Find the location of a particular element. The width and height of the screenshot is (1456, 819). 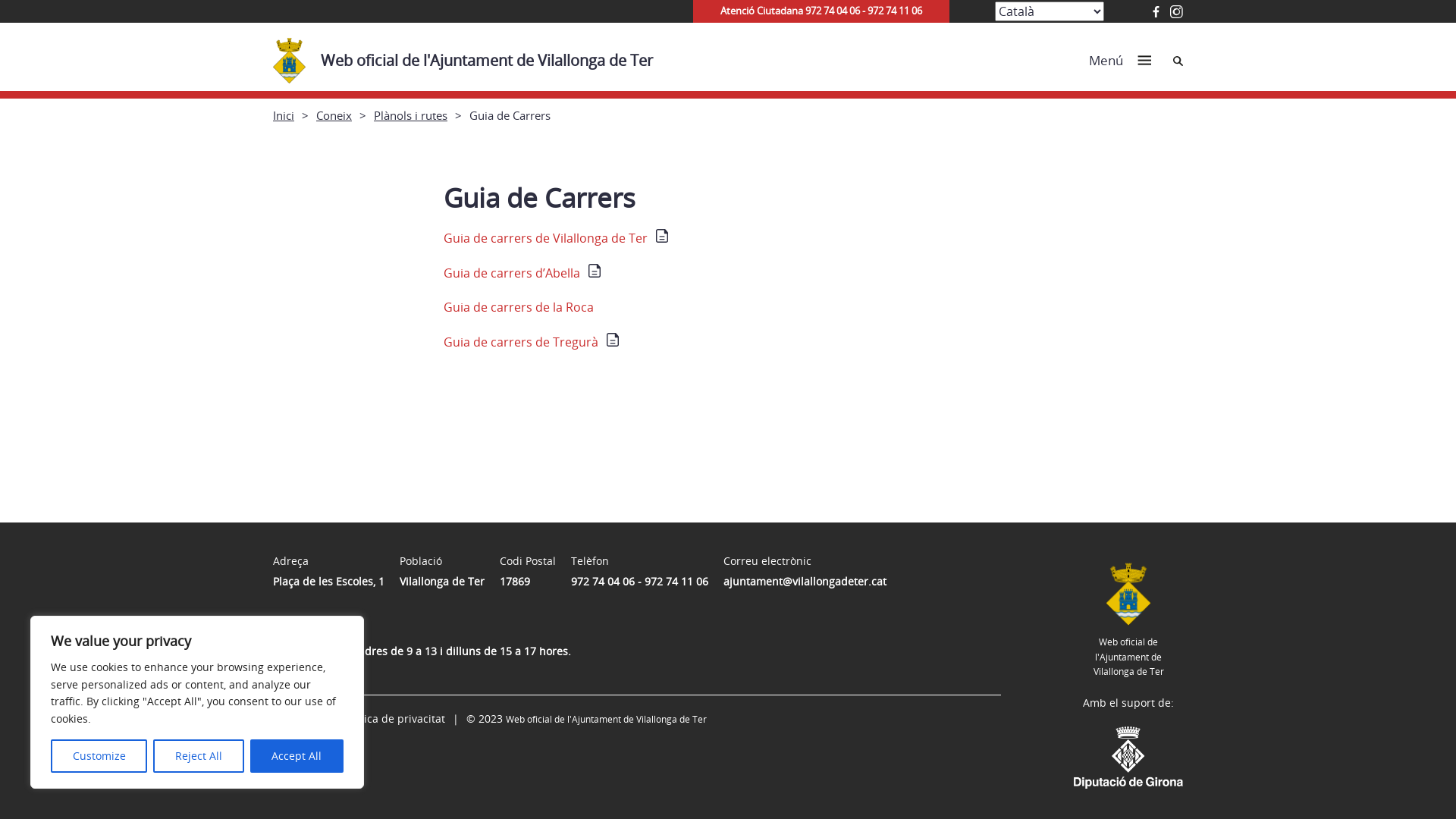

'Cerca' is located at coordinates (1177, 60).